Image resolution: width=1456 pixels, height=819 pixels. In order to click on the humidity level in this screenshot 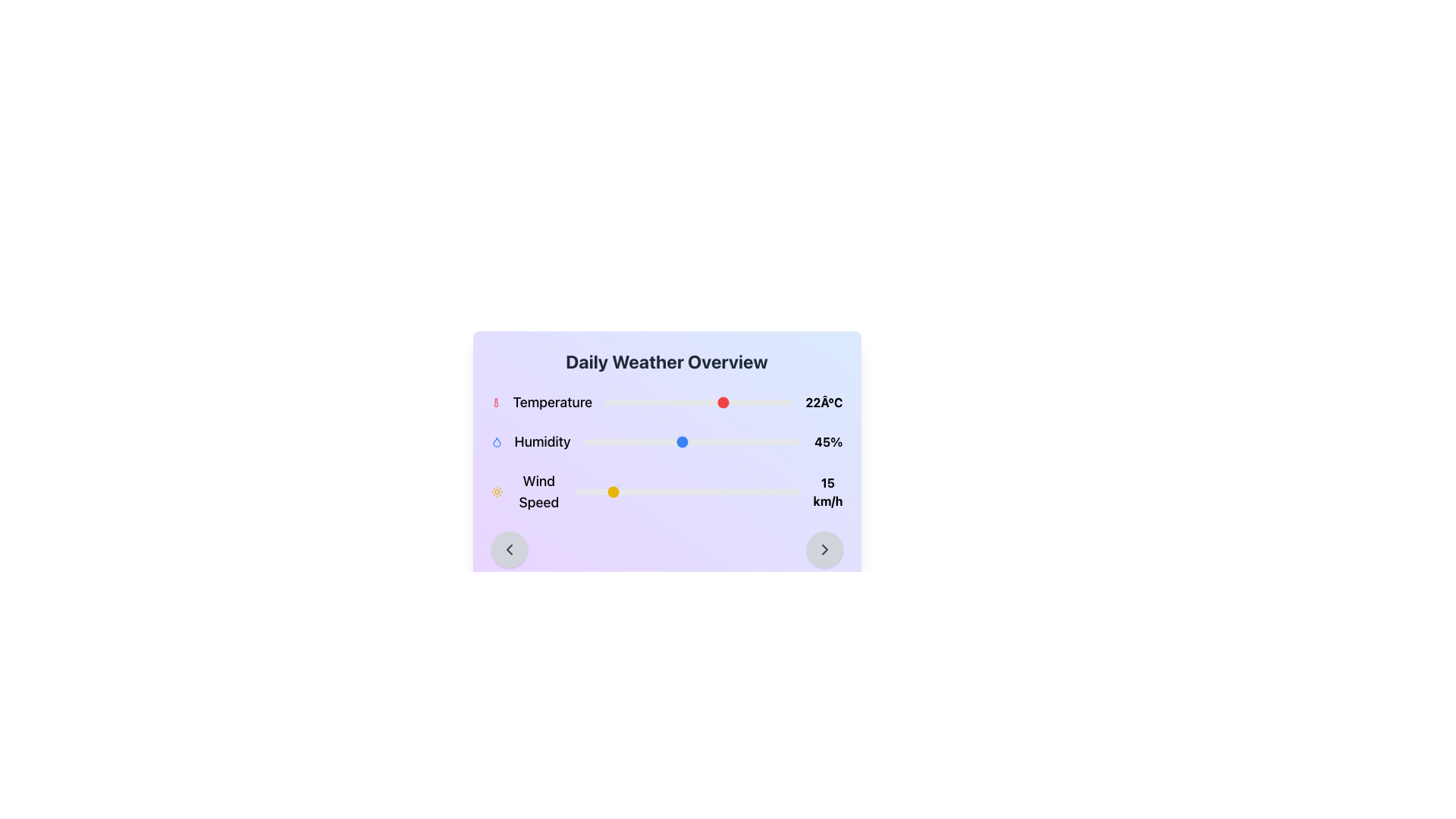, I will do `click(620, 441)`.